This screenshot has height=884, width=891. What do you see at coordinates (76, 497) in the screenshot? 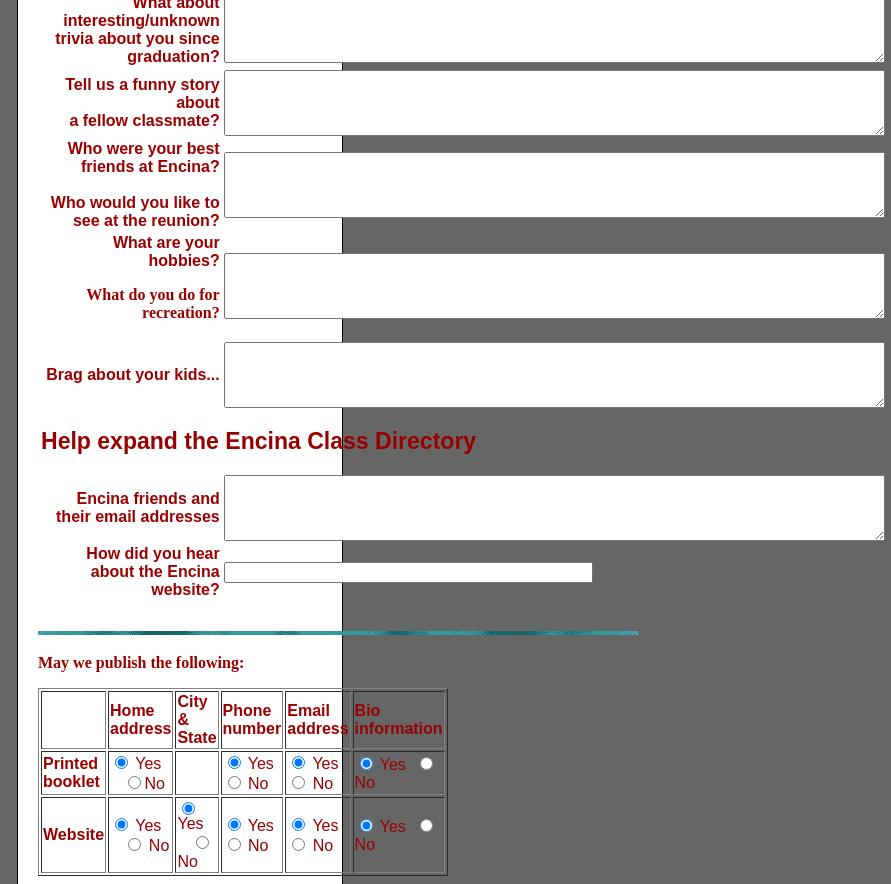
I see `'Encina friends and'` at bounding box center [76, 497].